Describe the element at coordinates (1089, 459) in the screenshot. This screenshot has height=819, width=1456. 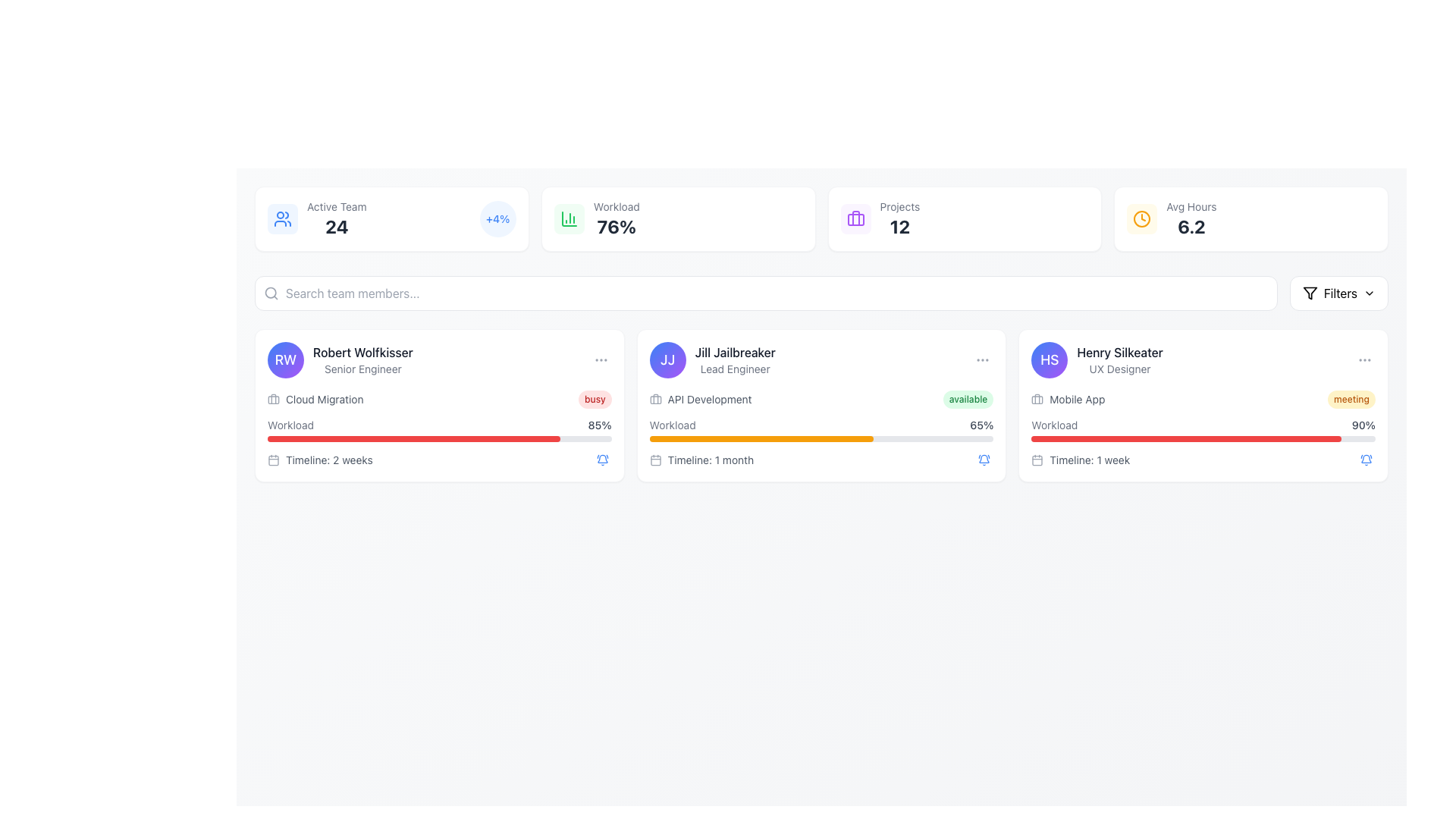
I see `the static text display reading 'Timeline: 1 week' located at the bottom-right corner of the card associated with user 'Henry Silkeater', below the workload progress bar` at that location.